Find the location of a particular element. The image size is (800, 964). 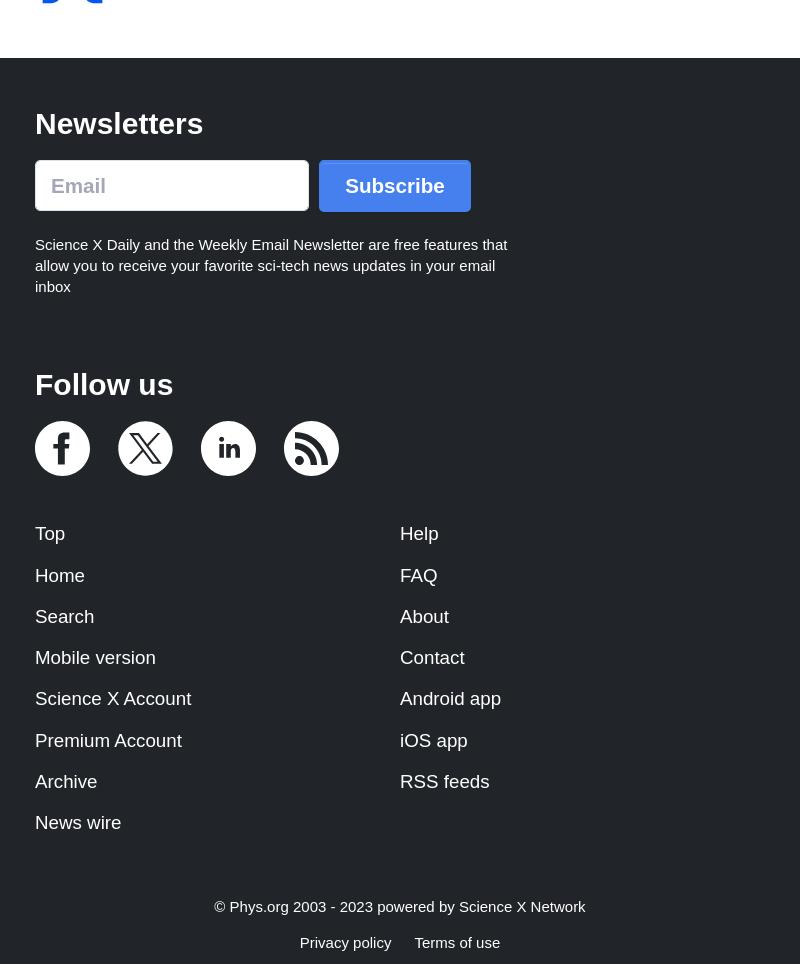

'Android app' is located at coordinates (449, 698).